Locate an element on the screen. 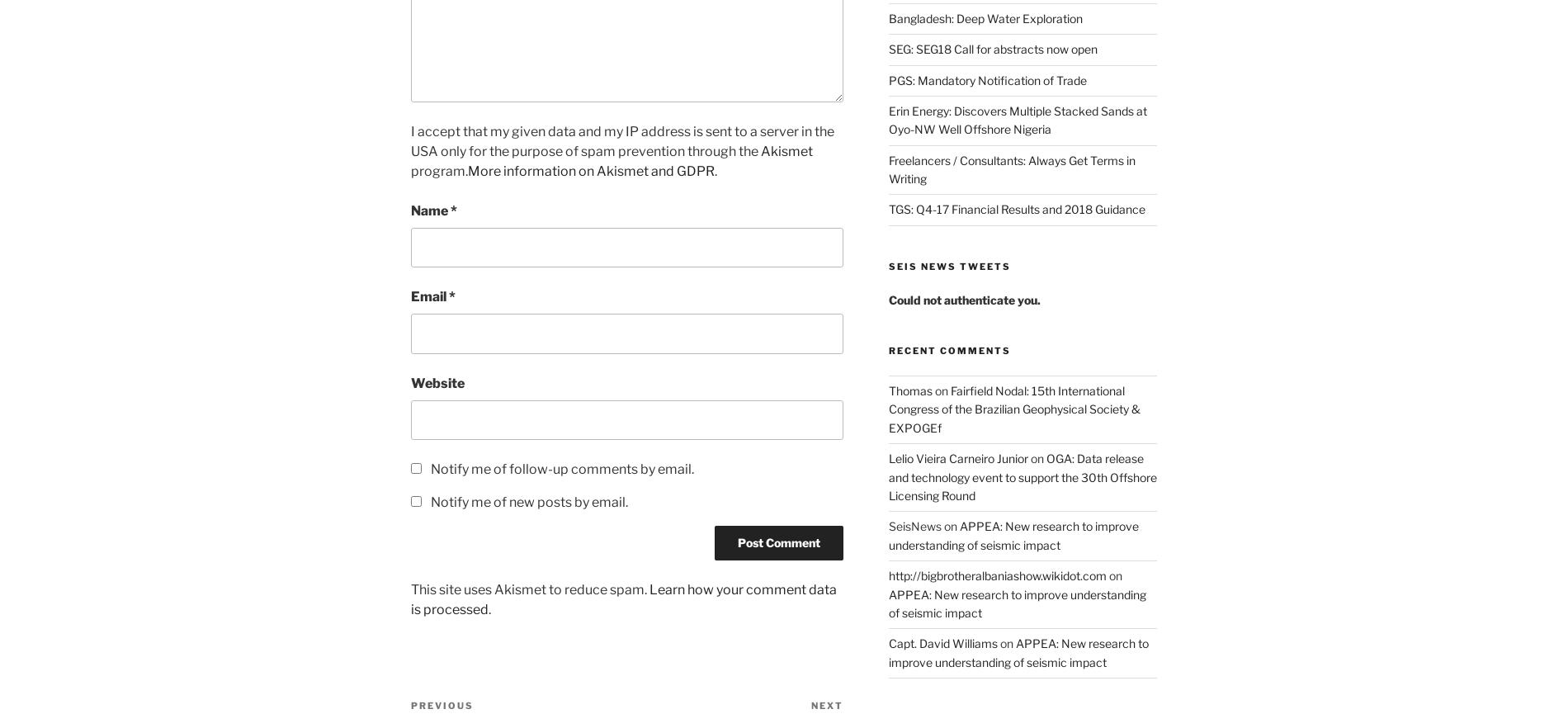 This screenshot has height=714, width=1568. 'Thomas' is located at coordinates (909, 390).